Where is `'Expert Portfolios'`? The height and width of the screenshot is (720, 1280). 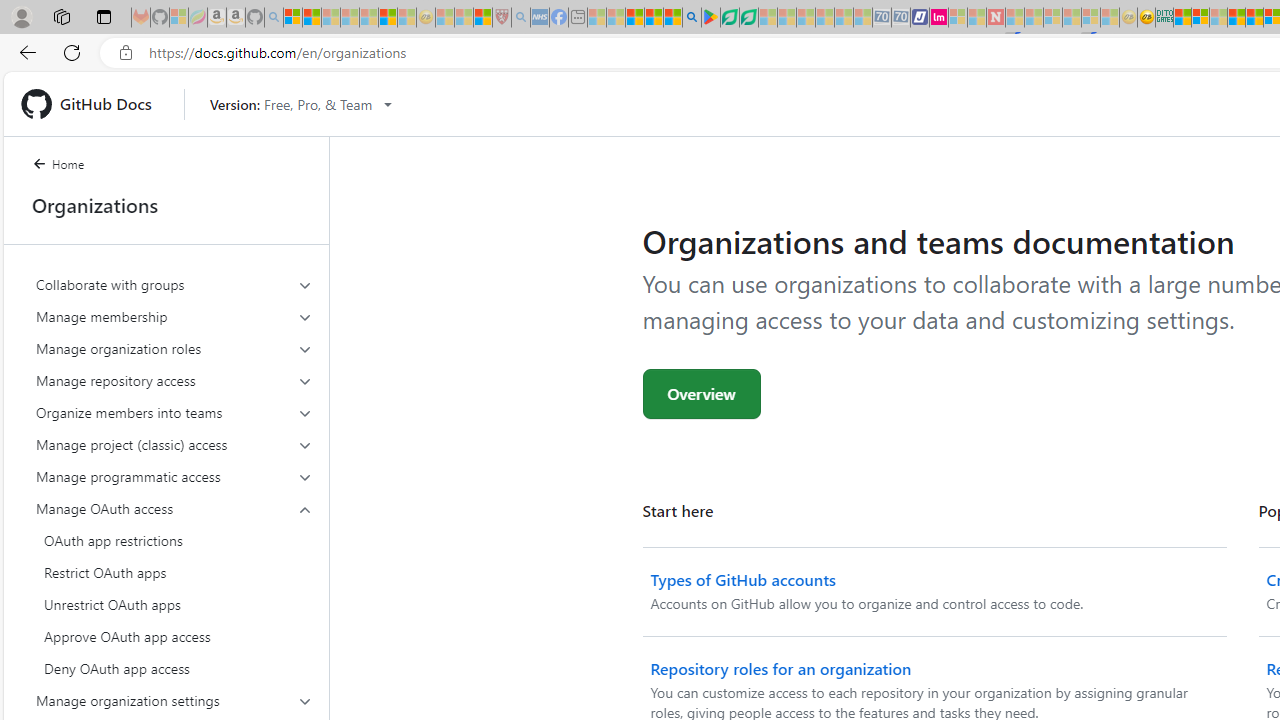 'Expert Portfolios' is located at coordinates (1235, 17).